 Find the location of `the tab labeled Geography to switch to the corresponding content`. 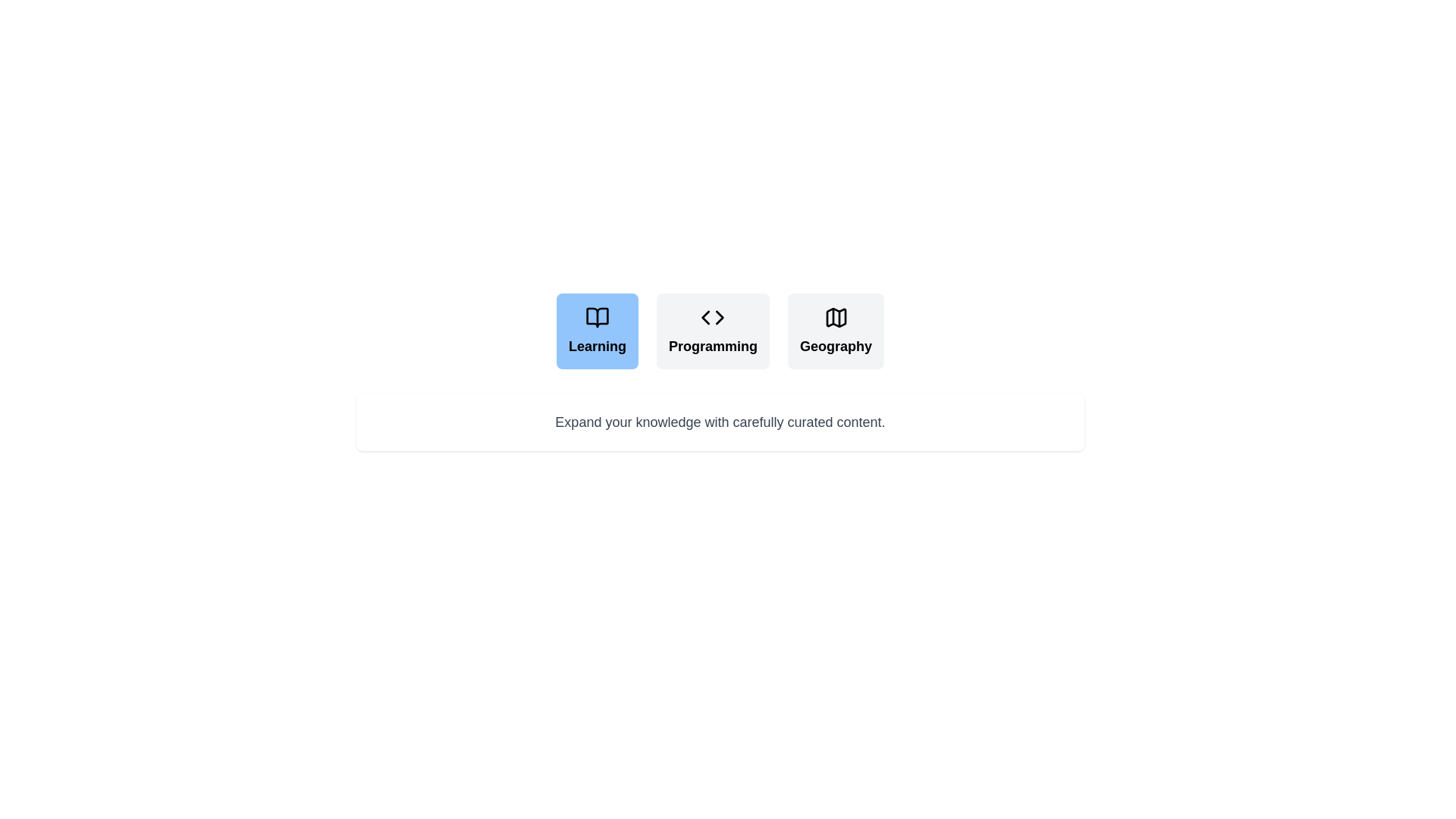

the tab labeled Geography to switch to the corresponding content is located at coordinates (835, 330).